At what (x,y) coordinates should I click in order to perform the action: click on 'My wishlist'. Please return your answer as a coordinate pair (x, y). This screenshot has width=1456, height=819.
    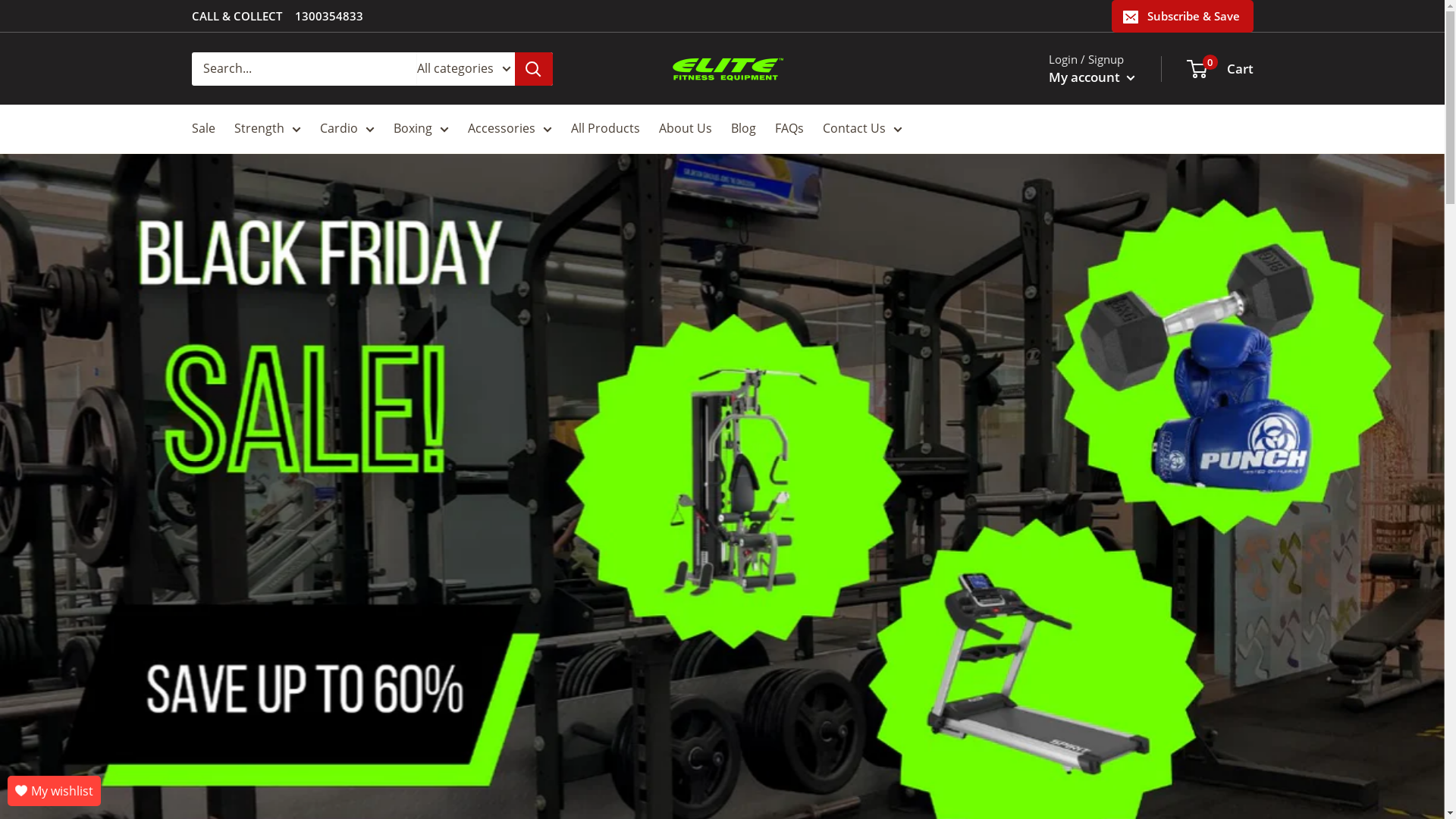
    Looking at the image, I should click on (54, 789).